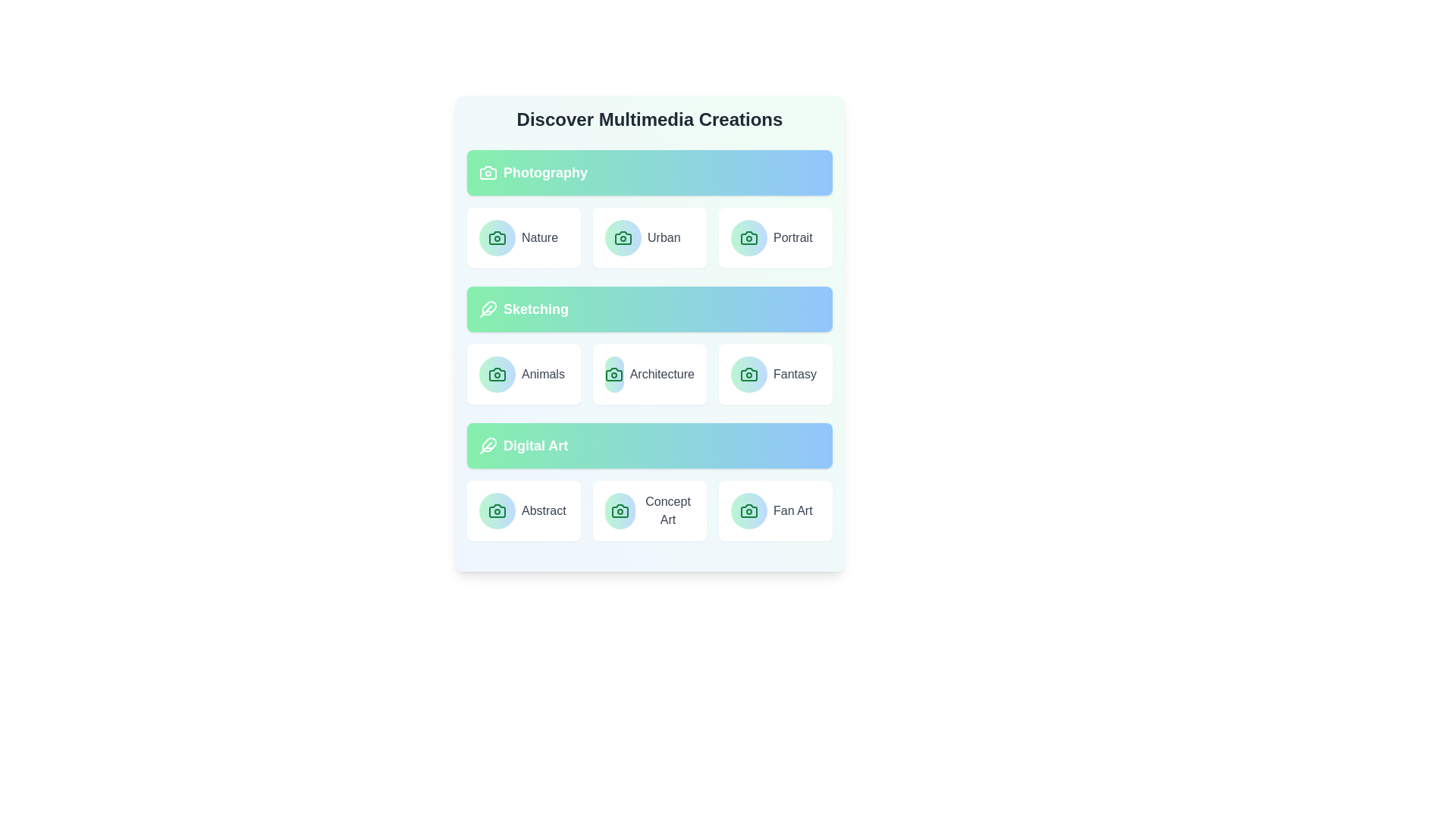 The image size is (1456, 819). What do you see at coordinates (650, 237) in the screenshot?
I see `the item labeled Urban` at bounding box center [650, 237].